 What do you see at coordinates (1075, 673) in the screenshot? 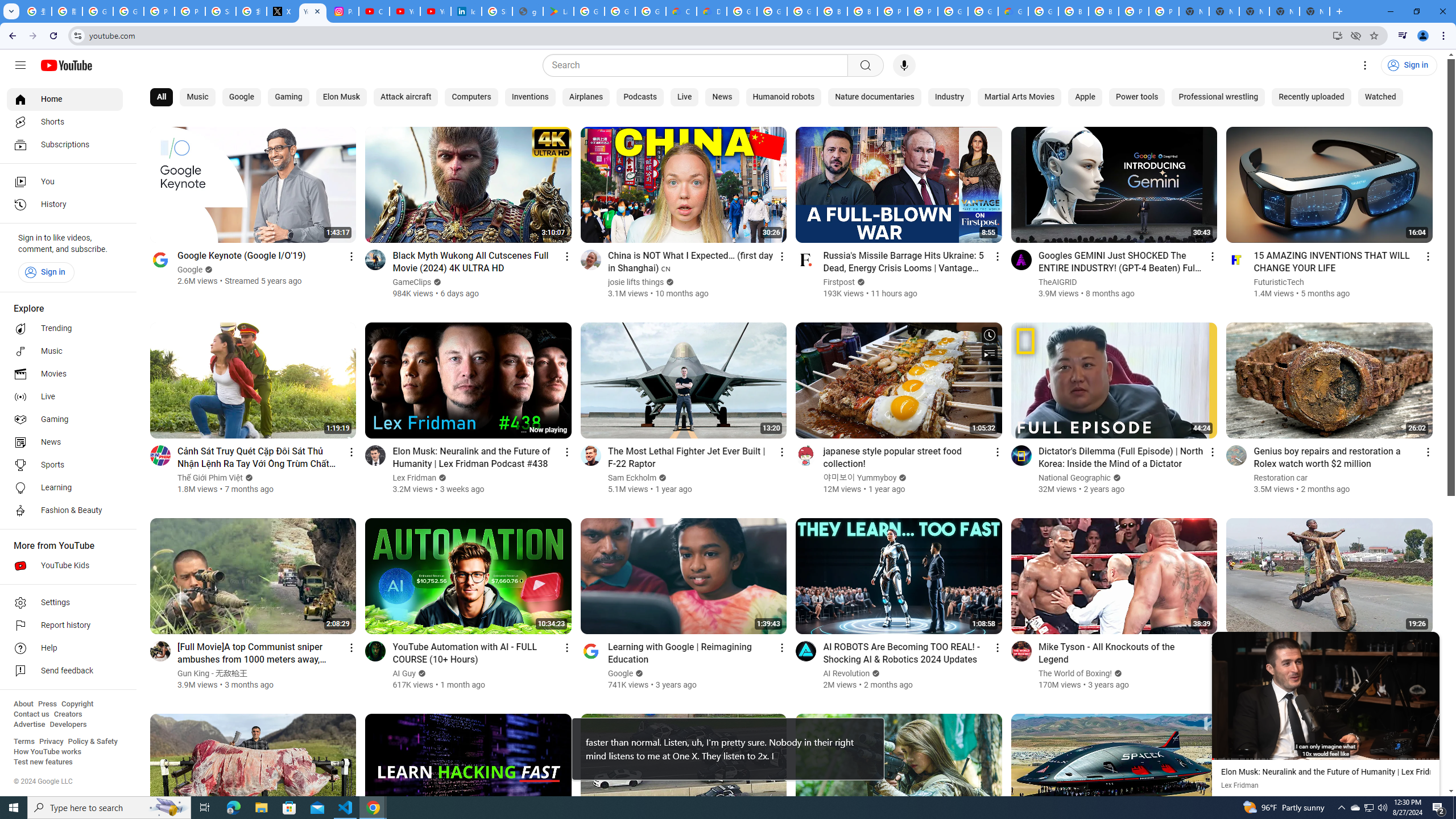
I see `'The World of Boxing!'` at bounding box center [1075, 673].